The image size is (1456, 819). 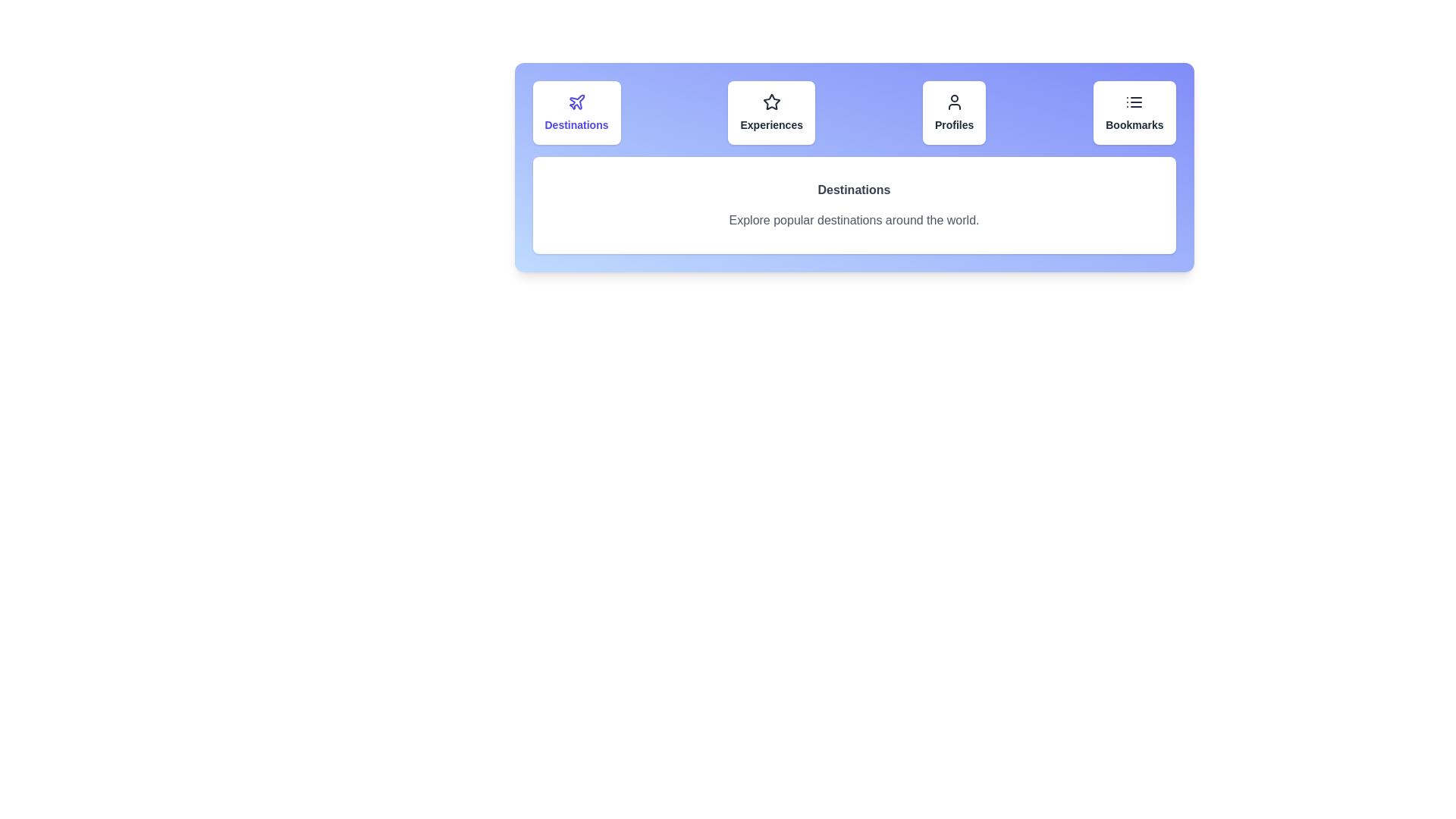 I want to click on the text 'Explore popular destinations around the world.' displayed in the active tab, so click(x=854, y=220).